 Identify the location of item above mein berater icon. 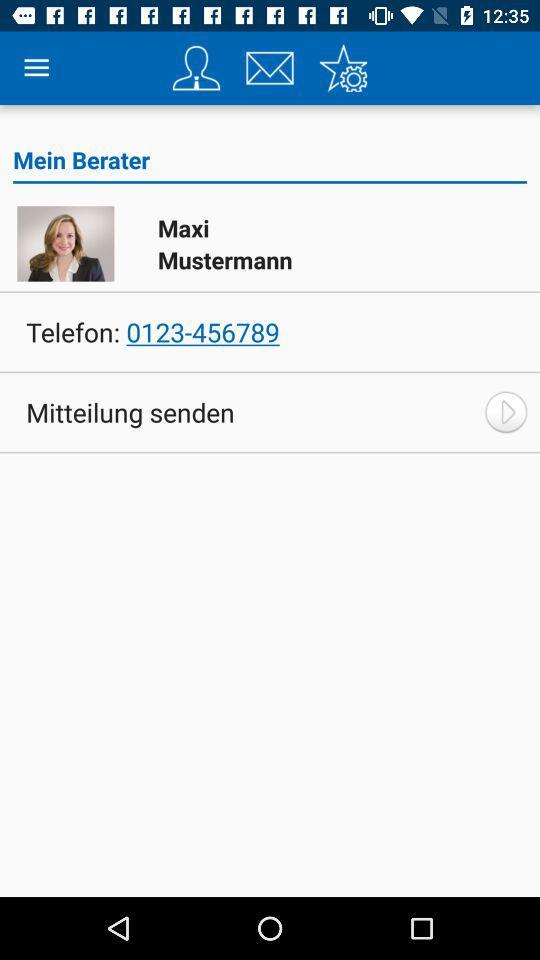
(36, 68).